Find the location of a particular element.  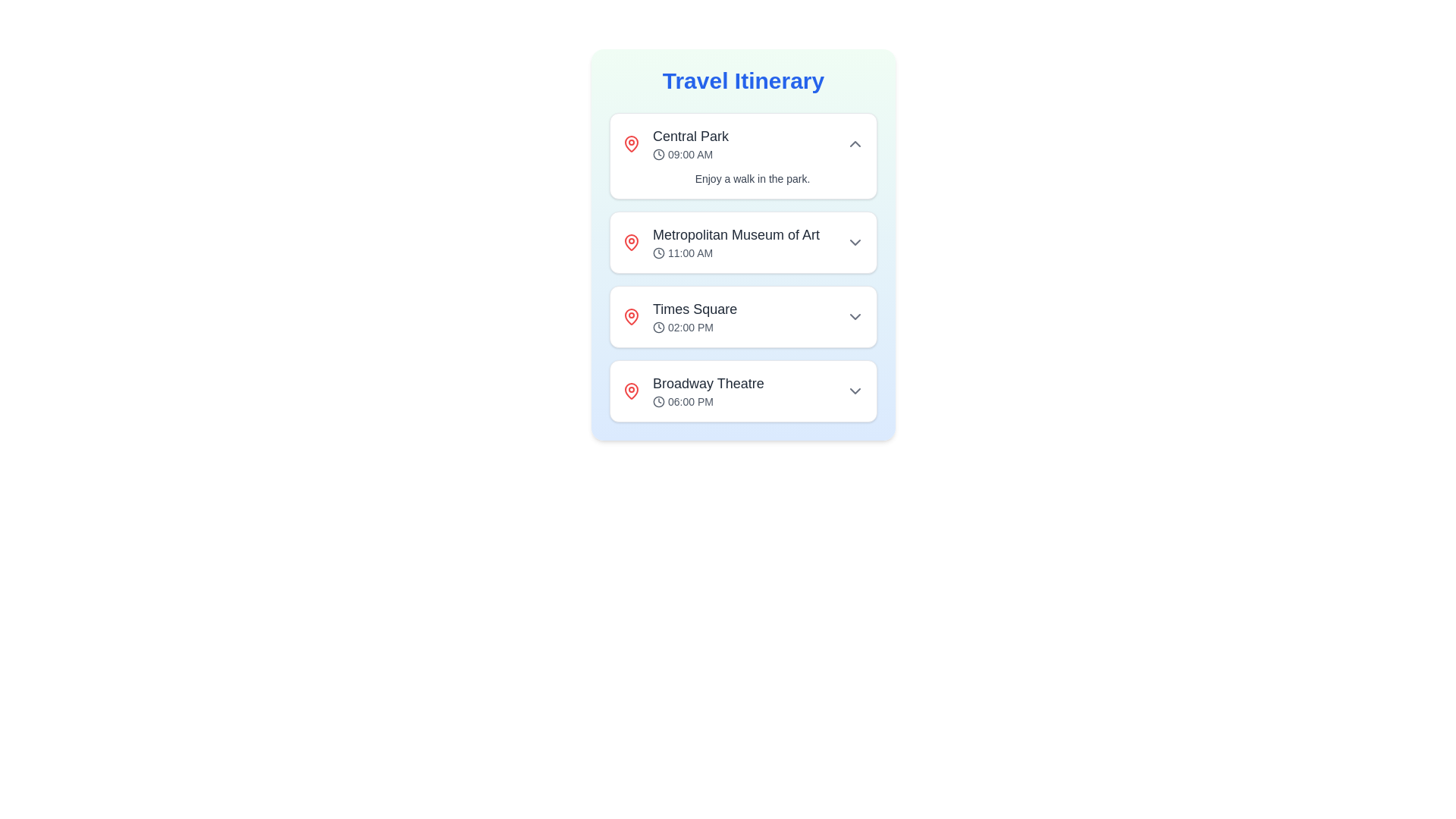

text details from the card labeled 'Times Square' with a red pin icon and a downward arrow icon, located in the 'Travel Itinerary' section is located at coordinates (743, 315).